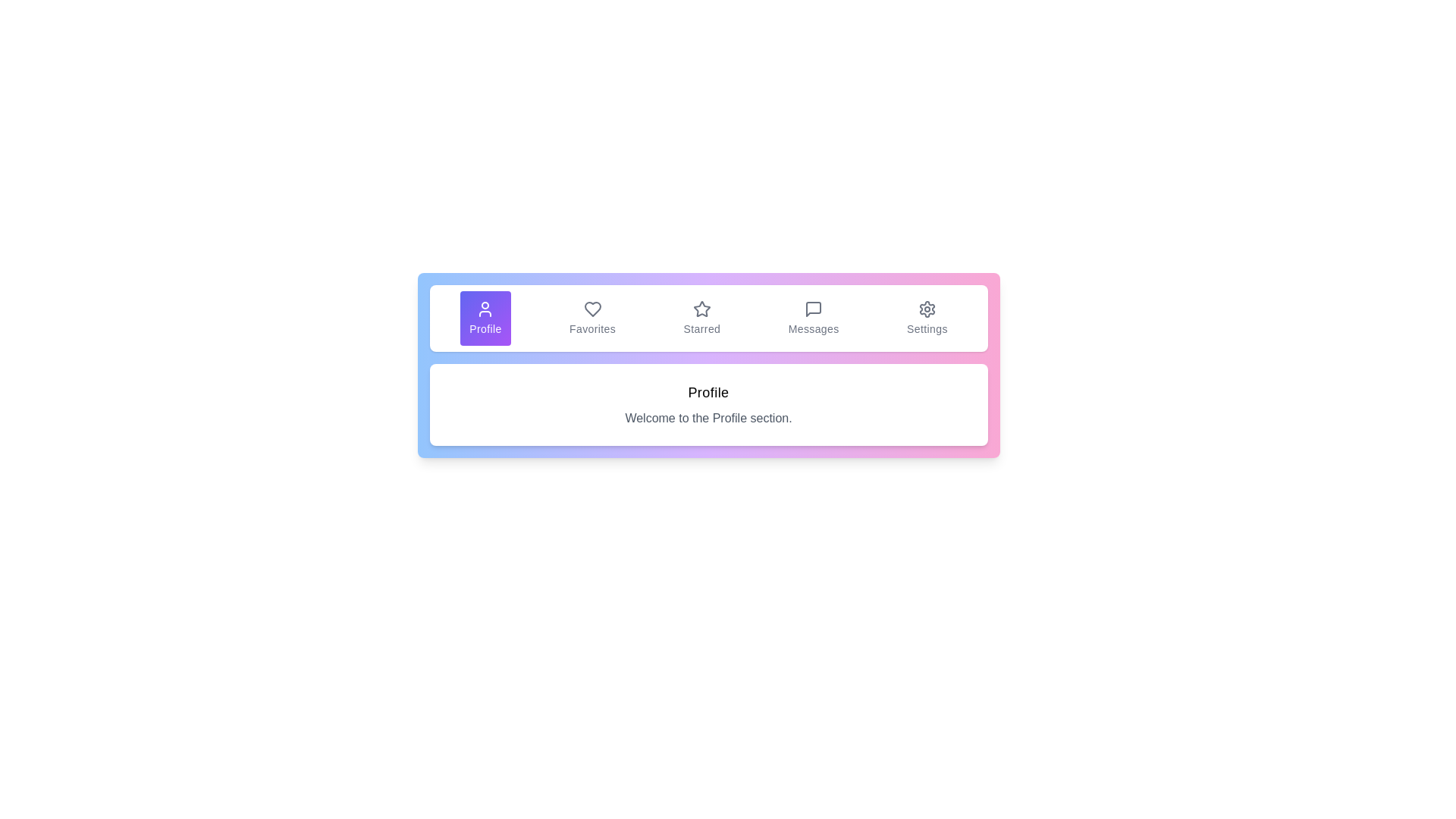 This screenshot has width=1456, height=819. What do you see at coordinates (701, 318) in the screenshot?
I see `the tab labeled Starred` at bounding box center [701, 318].